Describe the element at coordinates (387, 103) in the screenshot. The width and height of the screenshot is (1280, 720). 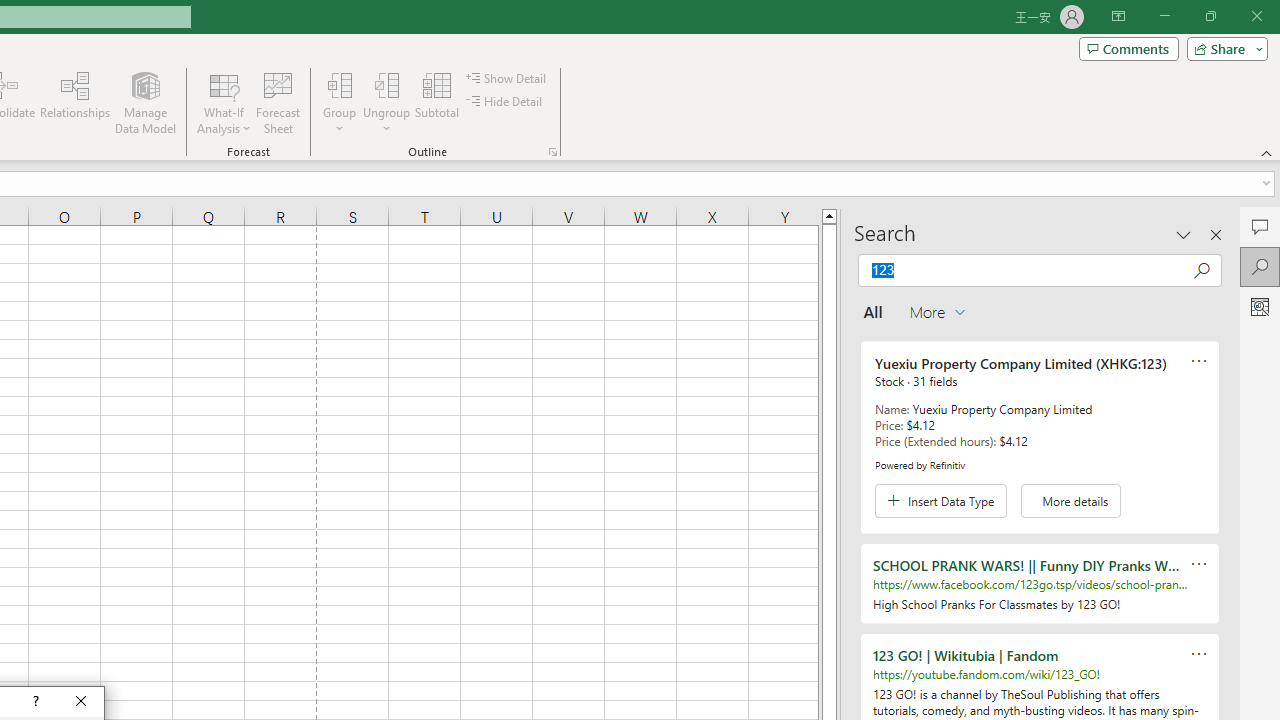
I see `'Ungroup...'` at that location.